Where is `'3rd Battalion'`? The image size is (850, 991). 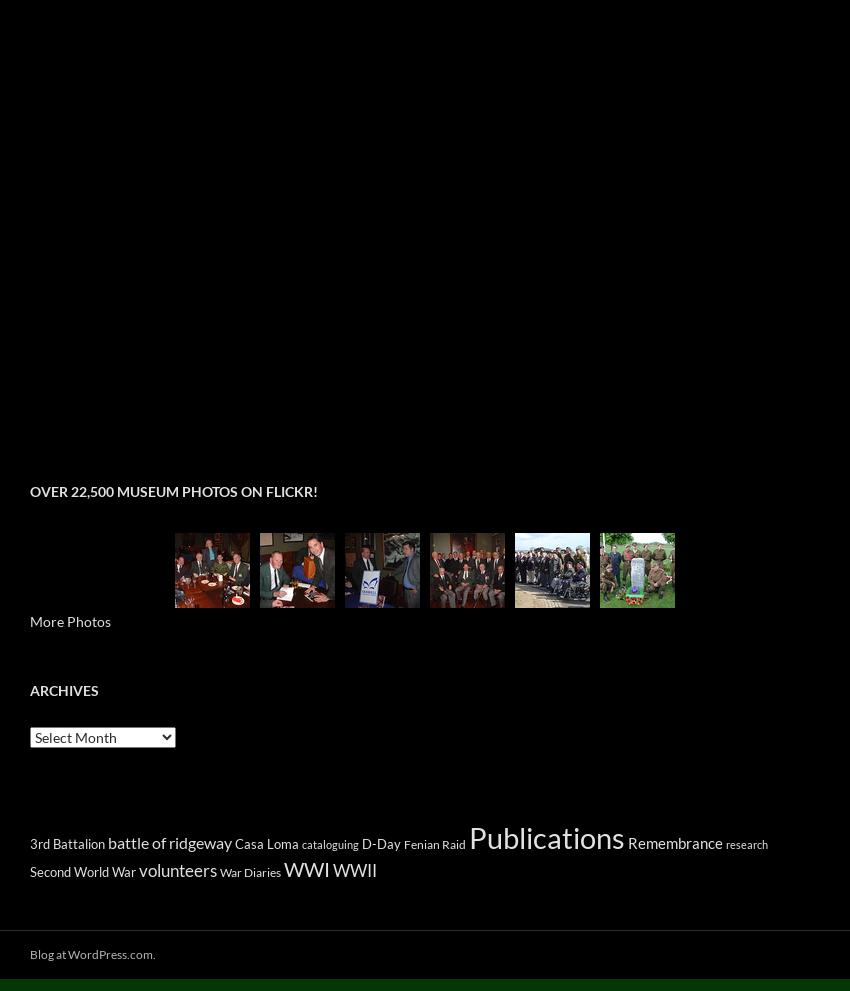
'3rd Battalion' is located at coordinates (67, 843).